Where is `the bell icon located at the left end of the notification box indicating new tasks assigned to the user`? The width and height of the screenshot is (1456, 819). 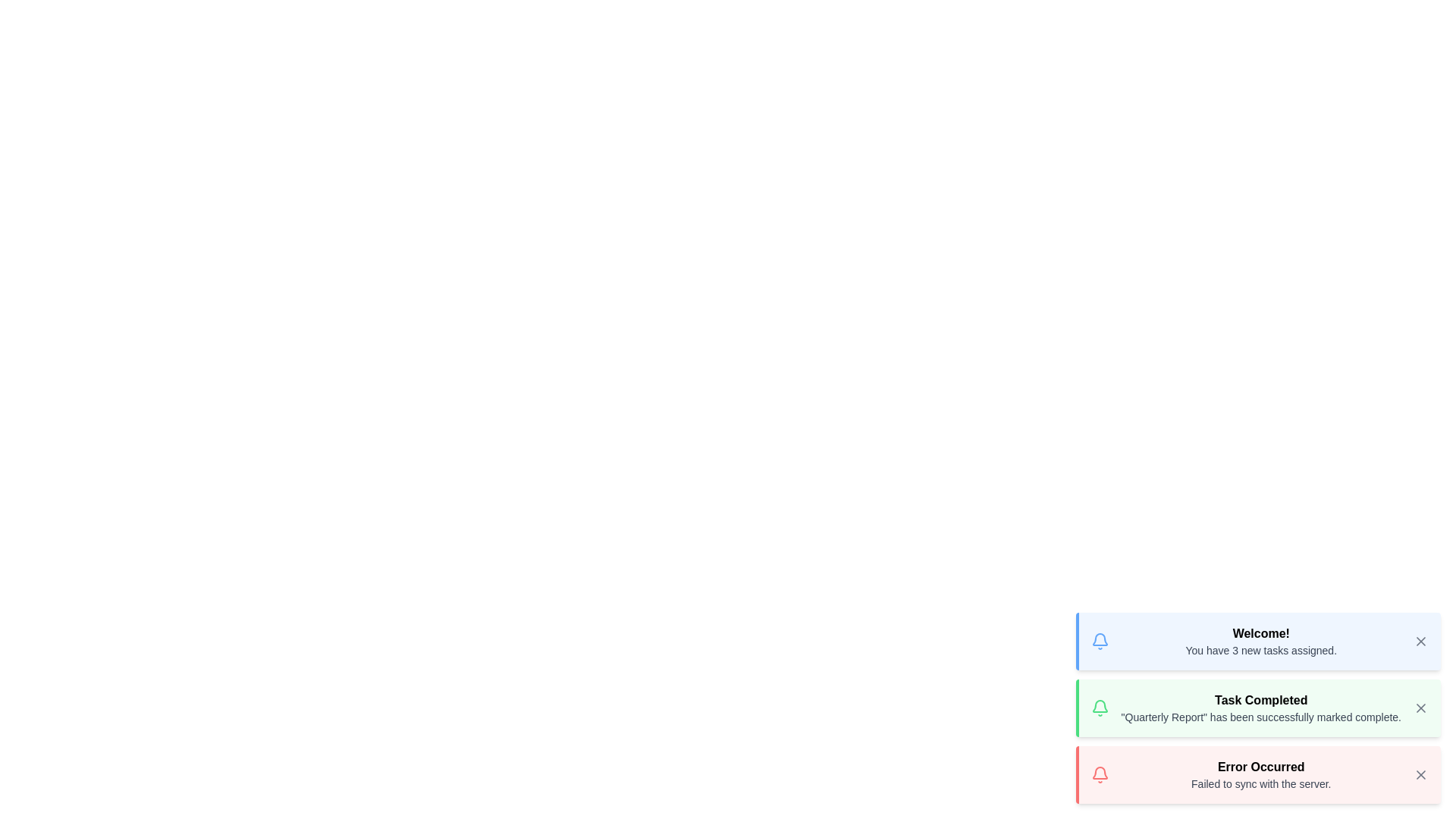 the bell icon located at the left end of the notification box indicating new tasks assigned to the user is located at coordinates (1100, 641).